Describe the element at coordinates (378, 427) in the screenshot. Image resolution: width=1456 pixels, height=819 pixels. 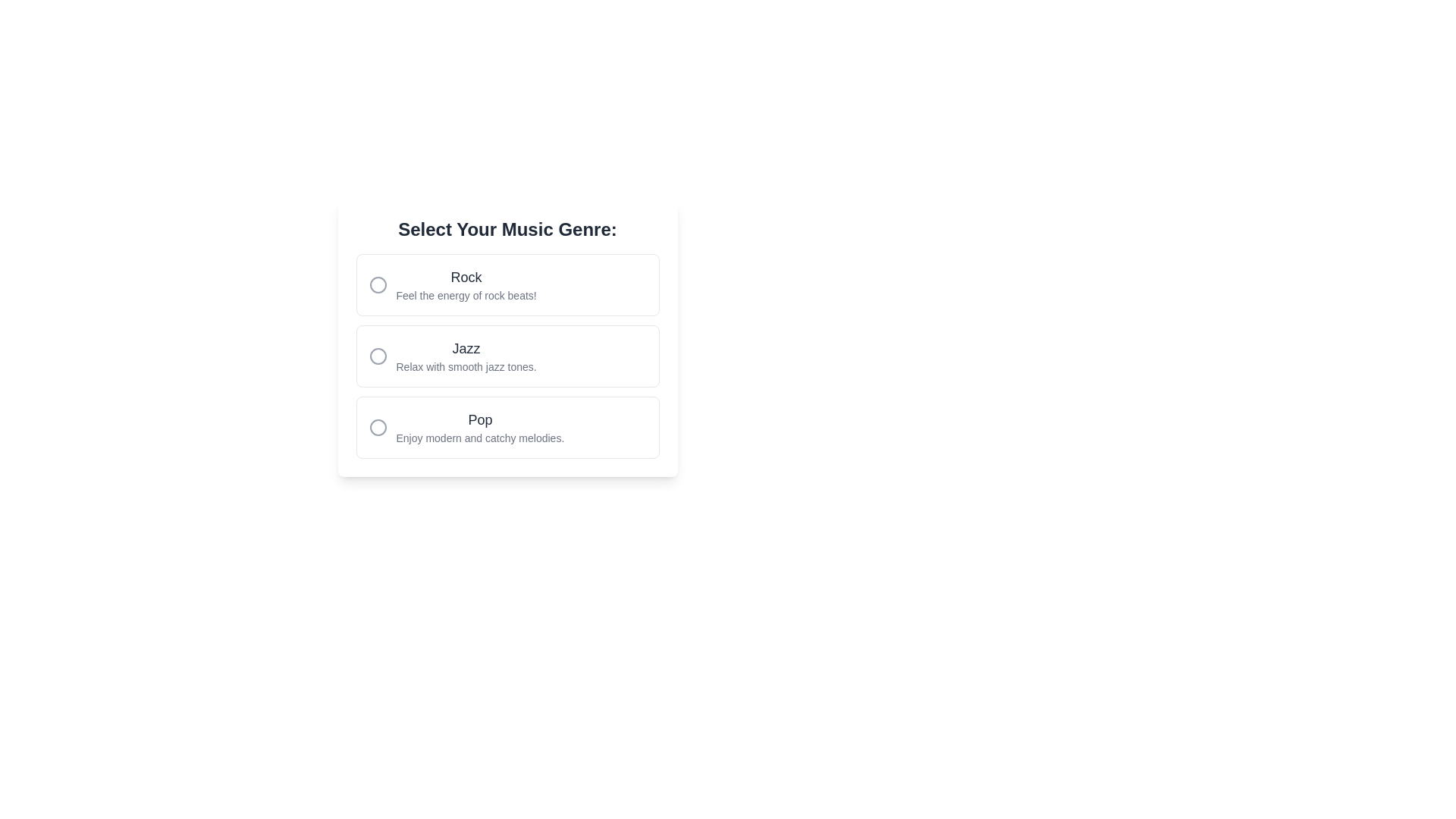
I see `the Circle Graphic Element indicating the unselected state of the 'Pop' option in the radio button area` at that location.